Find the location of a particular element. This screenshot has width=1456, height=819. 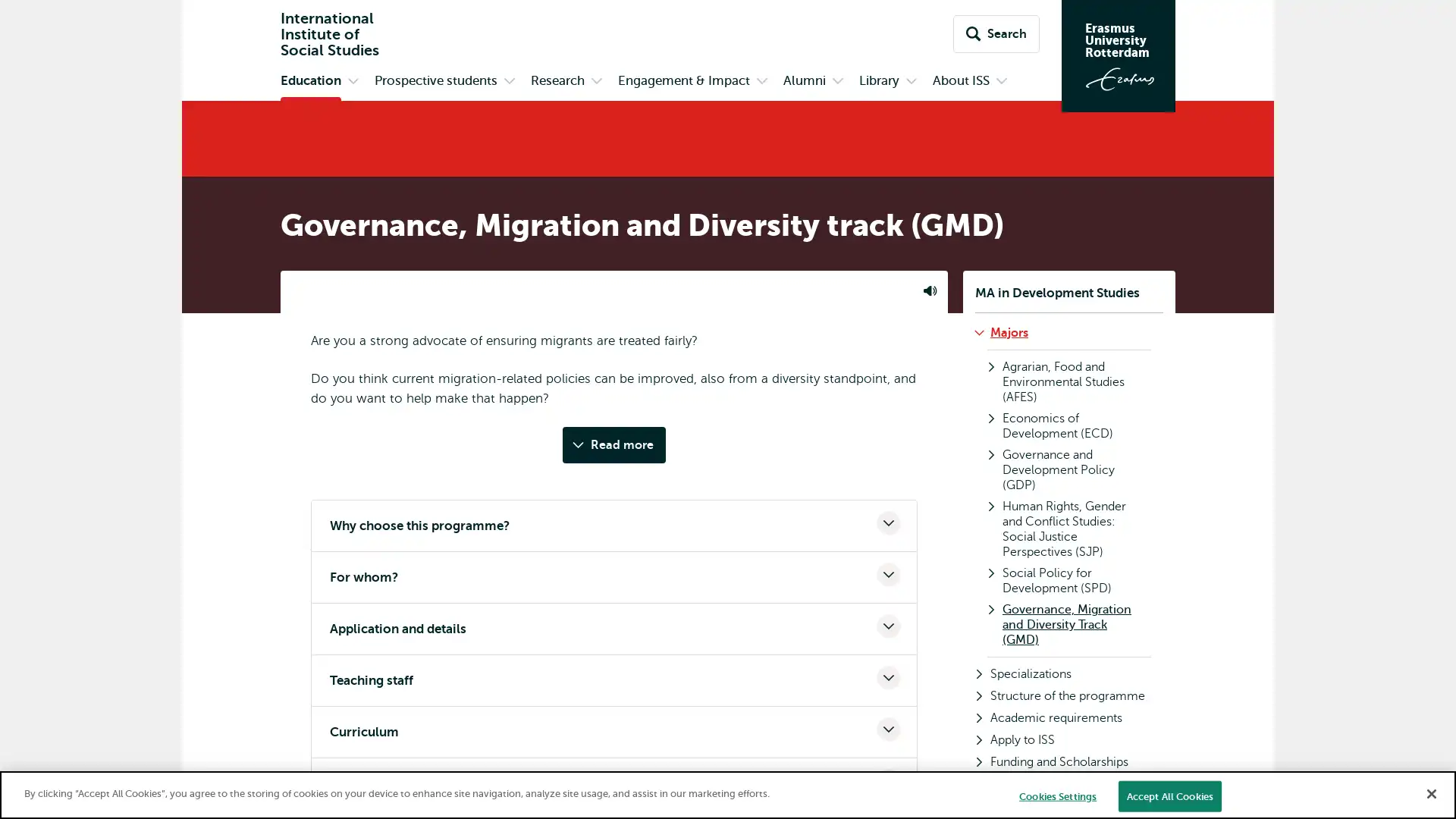

Open submenu is located at coordinates (352, 82).